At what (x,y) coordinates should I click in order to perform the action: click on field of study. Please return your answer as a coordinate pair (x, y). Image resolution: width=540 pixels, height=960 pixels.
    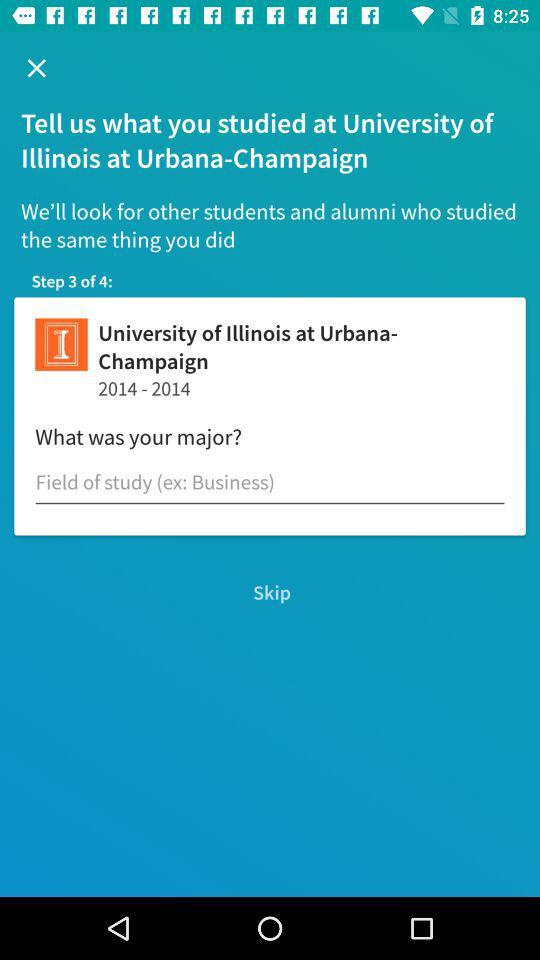
    Looking at the image, I should click on (270, 481).